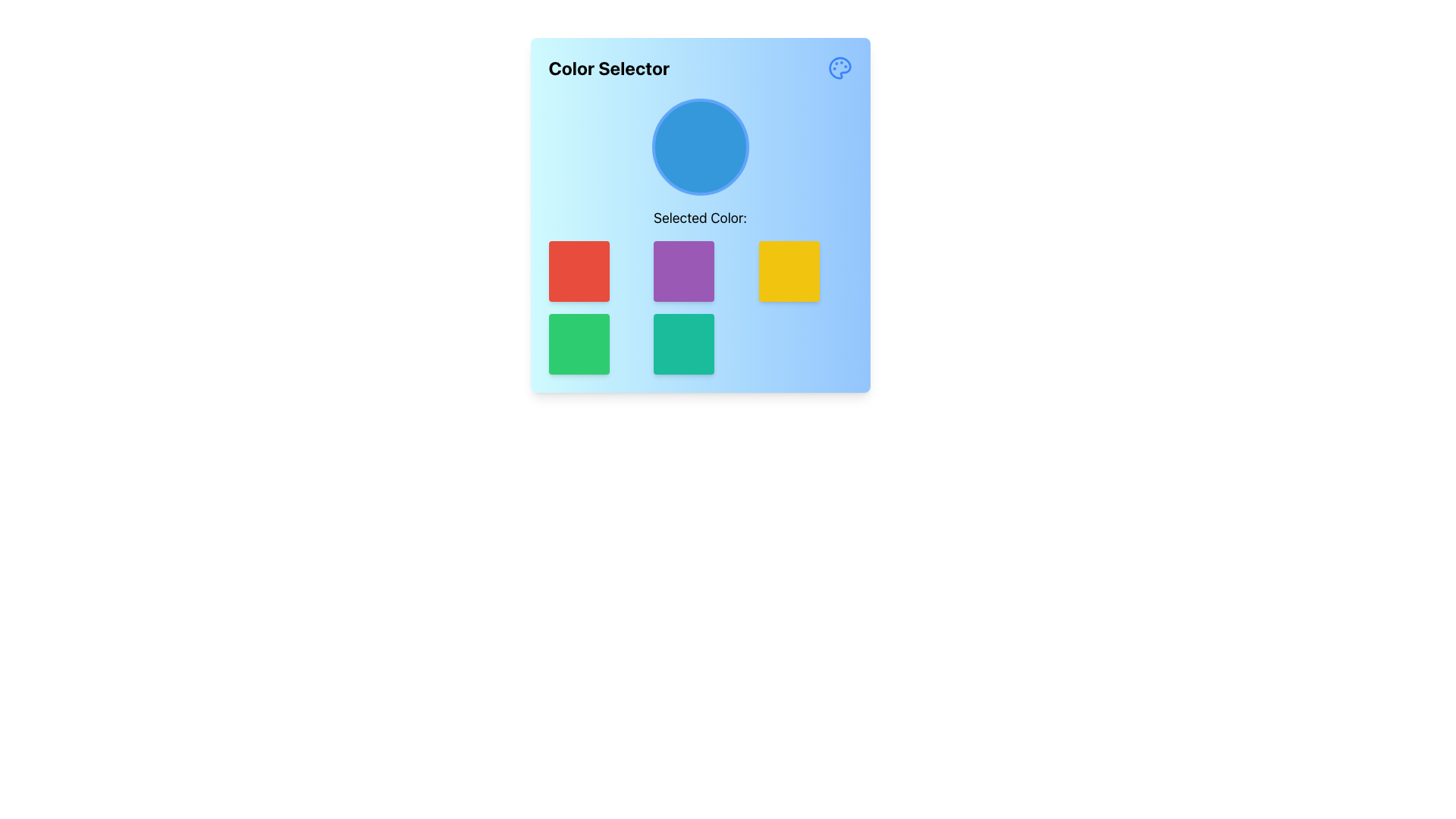 The image size is (1456, 819). I want to click on the teal colored square selector located in the Color Selector interface, specifically the fifth square in the grid layout, so click(698, 344).